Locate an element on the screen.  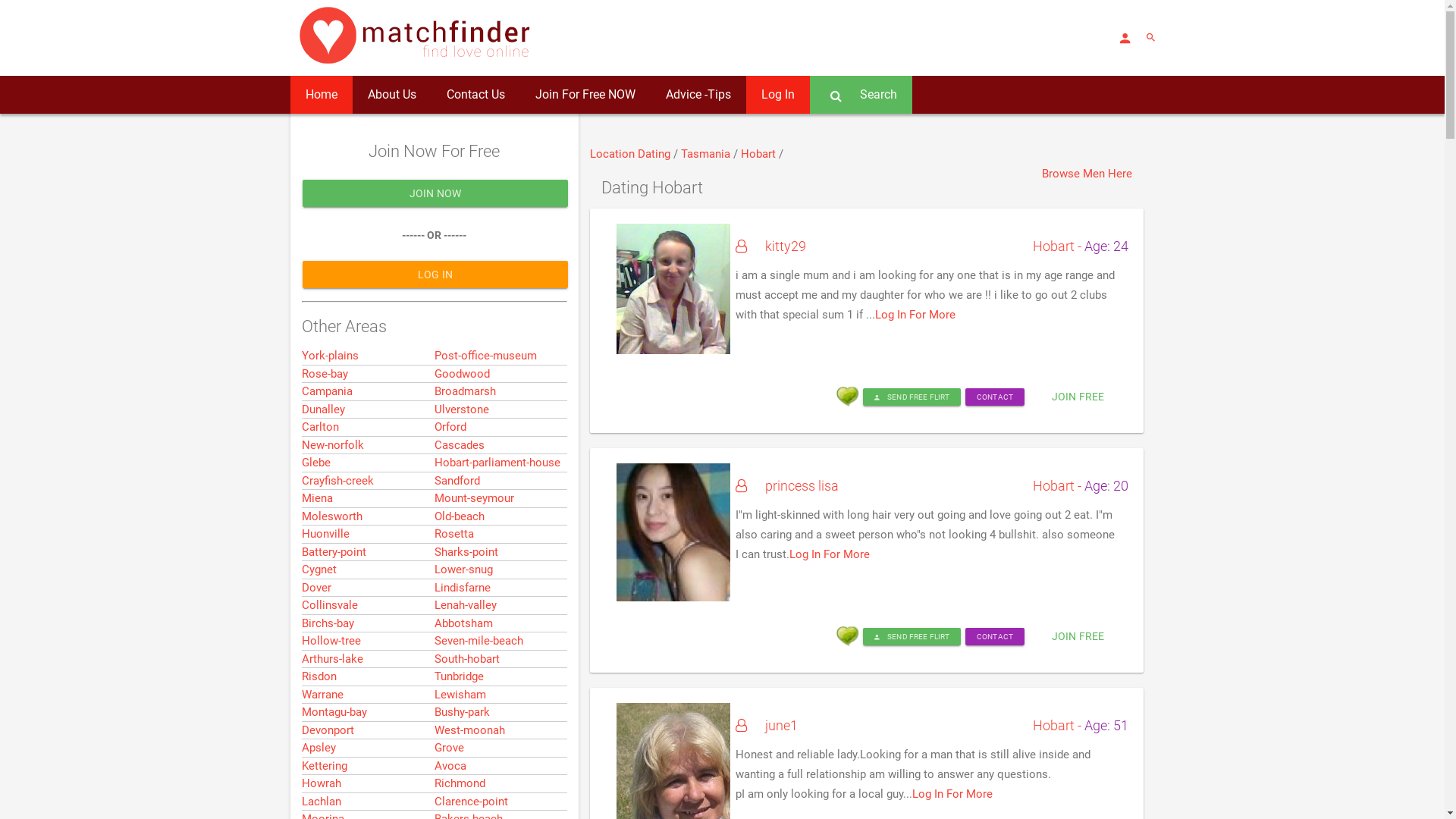
'Campania' is located at coordinates (326, 391).